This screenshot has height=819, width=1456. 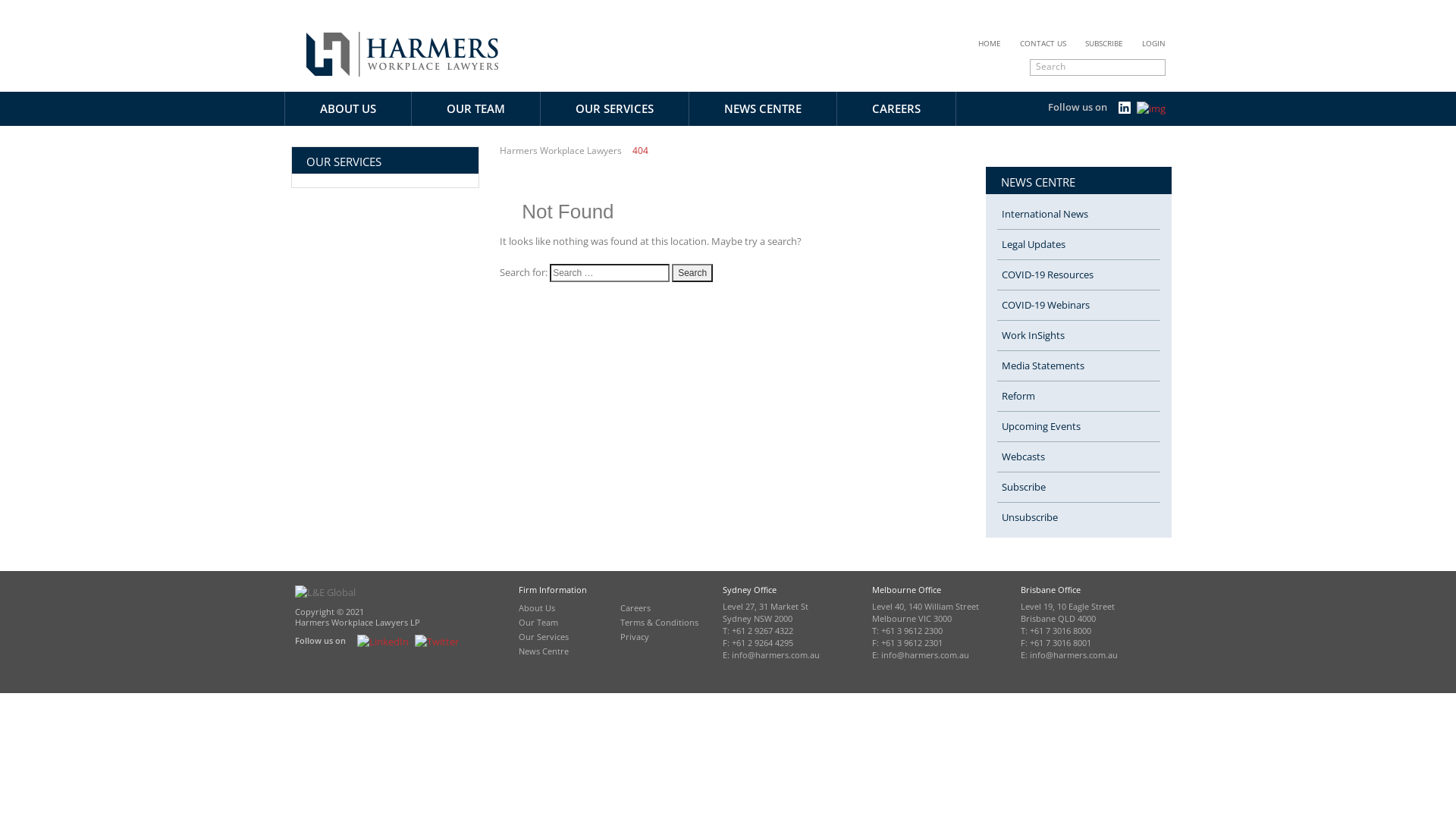 What do you see at coordinates (1078, 456) in the screenshot?
I see `'Webcasts'` at bounding box center [1078, 456].